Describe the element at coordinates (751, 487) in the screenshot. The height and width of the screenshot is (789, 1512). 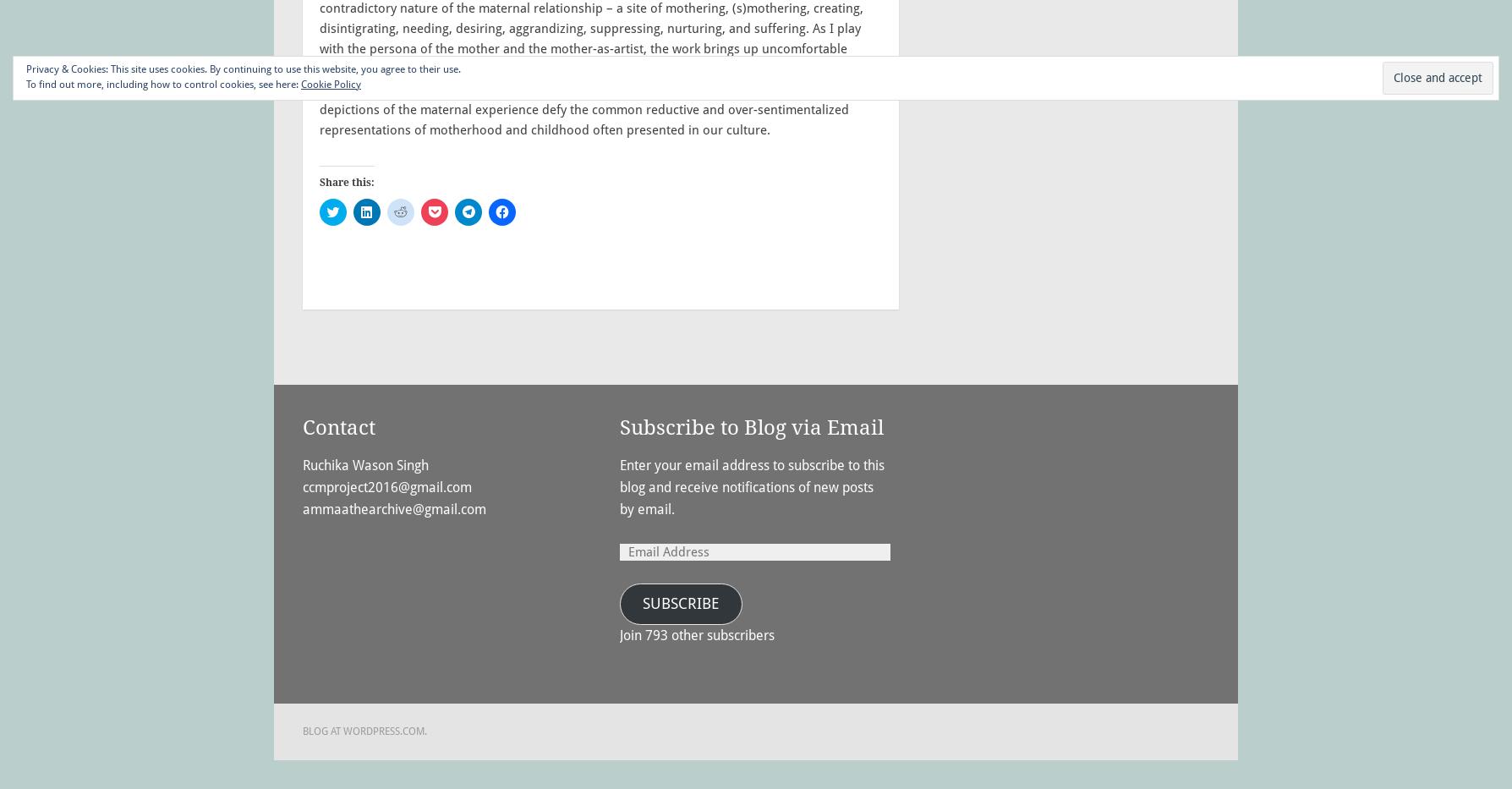
I see `'Enter your email address to subscribe to this blog and receive notifications of new posts by email.'` at that location.